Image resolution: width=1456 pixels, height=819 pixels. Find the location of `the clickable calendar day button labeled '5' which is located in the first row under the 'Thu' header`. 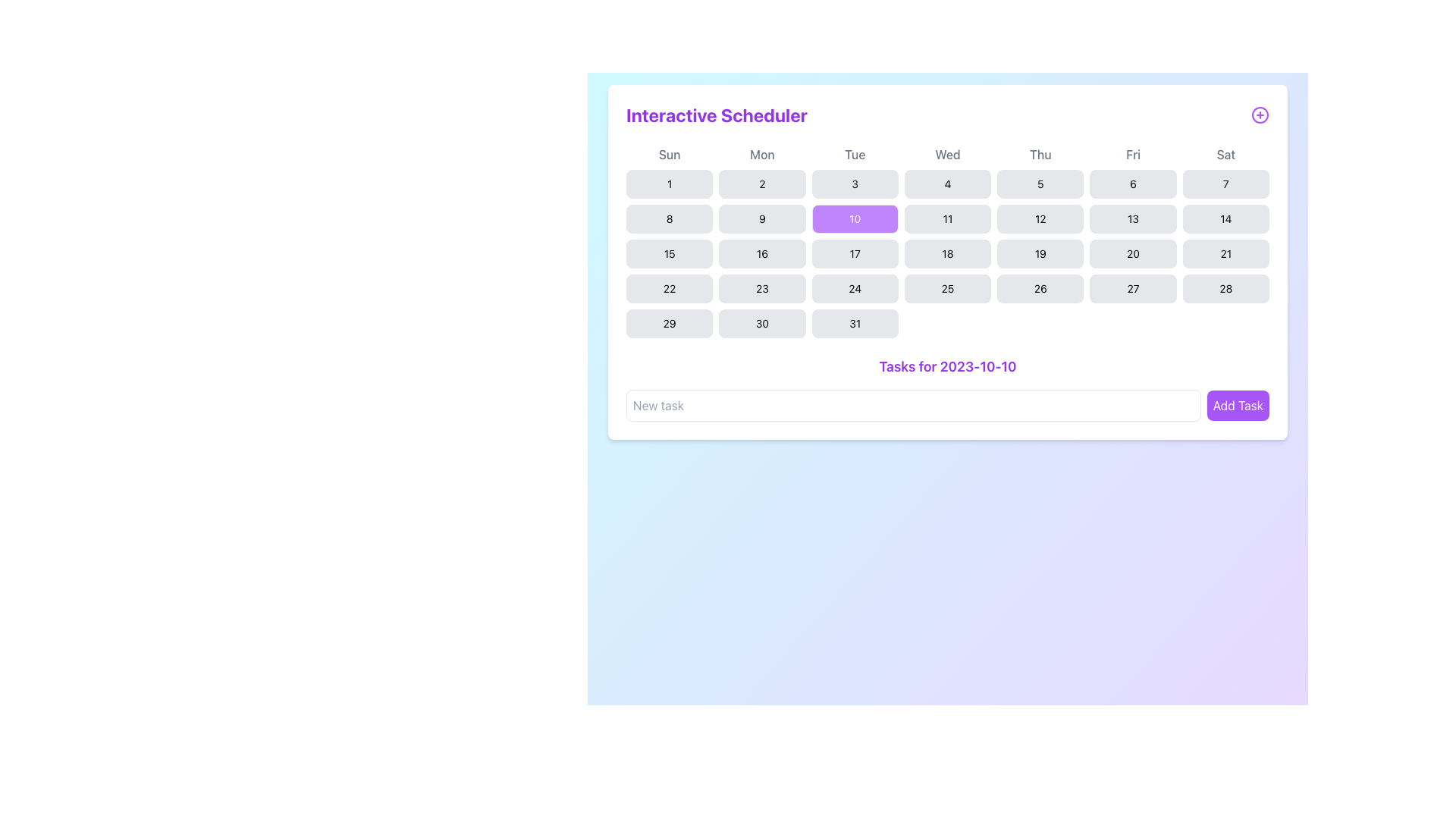

the clickable calendar day button labeled '5' which is located in the first row under the 'Thu' header is located at coordinates (1040, 184).